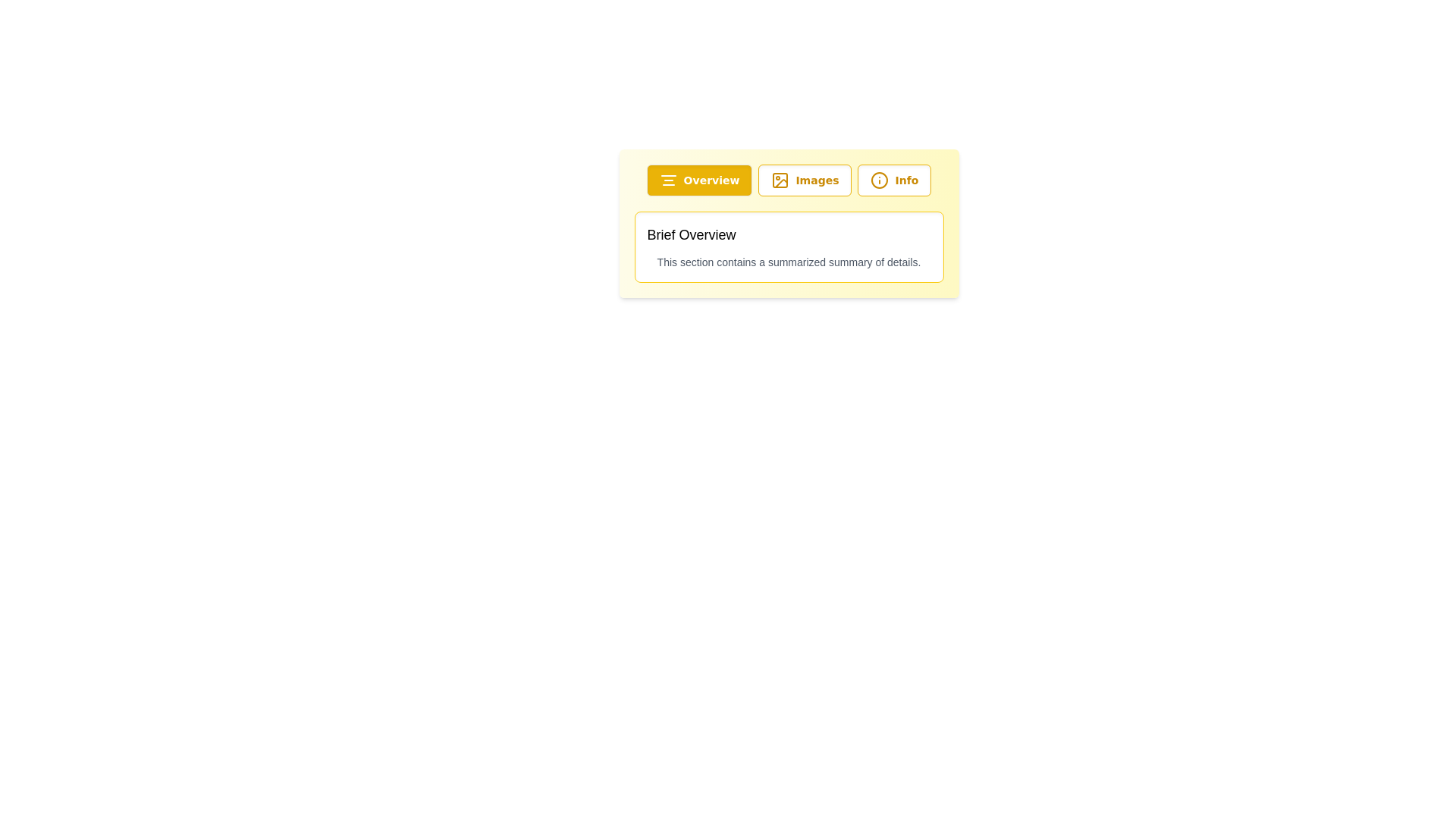  What do you see at coordinates (698, 180) in the screenshot?
I see `the 'Overview' button, which is a rectangular button with rounded corners, yellow background, and white text` at bounding box center [698, 180].